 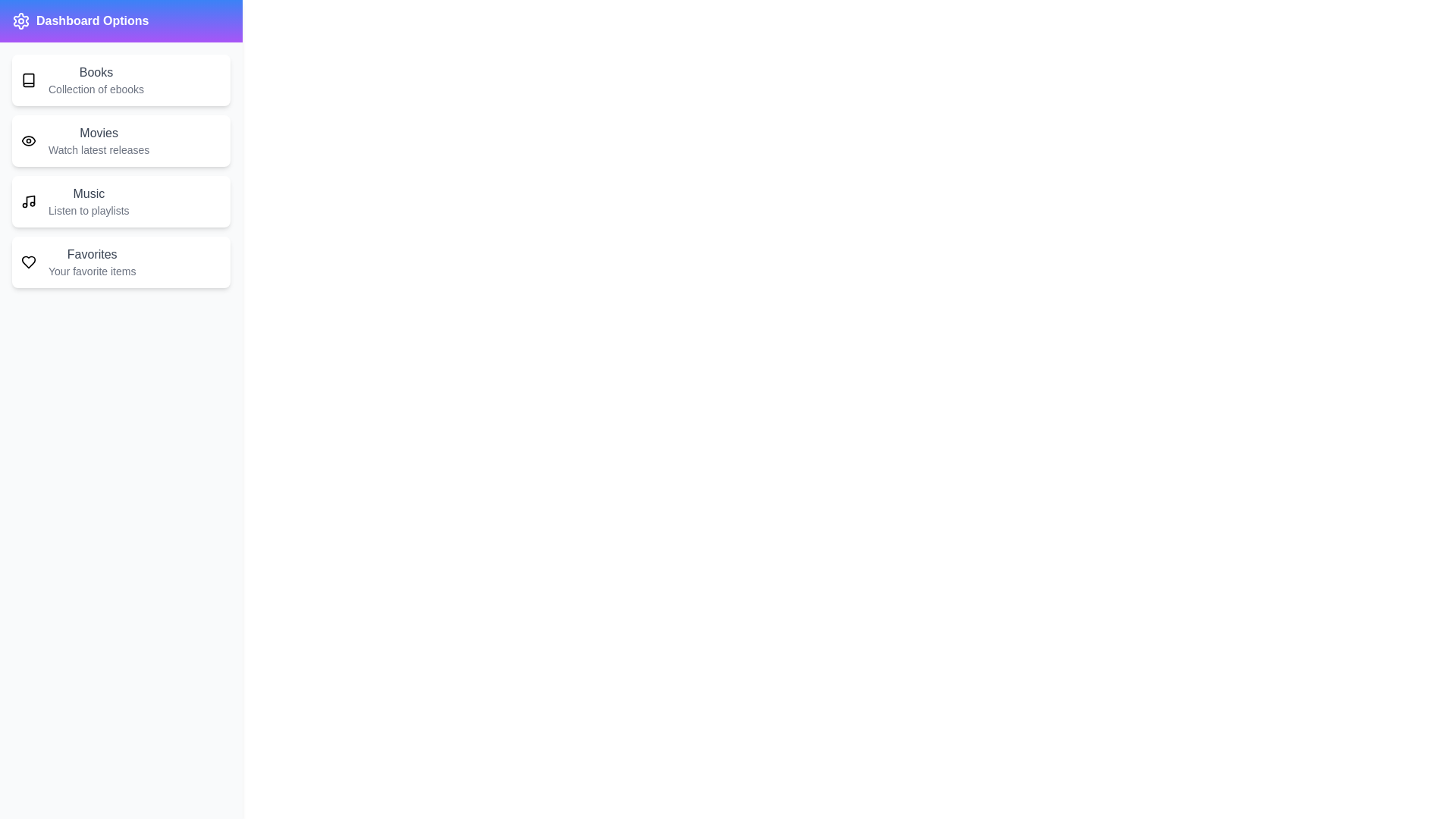 What do you see at coordinates (120, 80) in the screenshot?
I see `the menu item labeled 'Books' to observe its hover effect` at bounding box center [120, 80].